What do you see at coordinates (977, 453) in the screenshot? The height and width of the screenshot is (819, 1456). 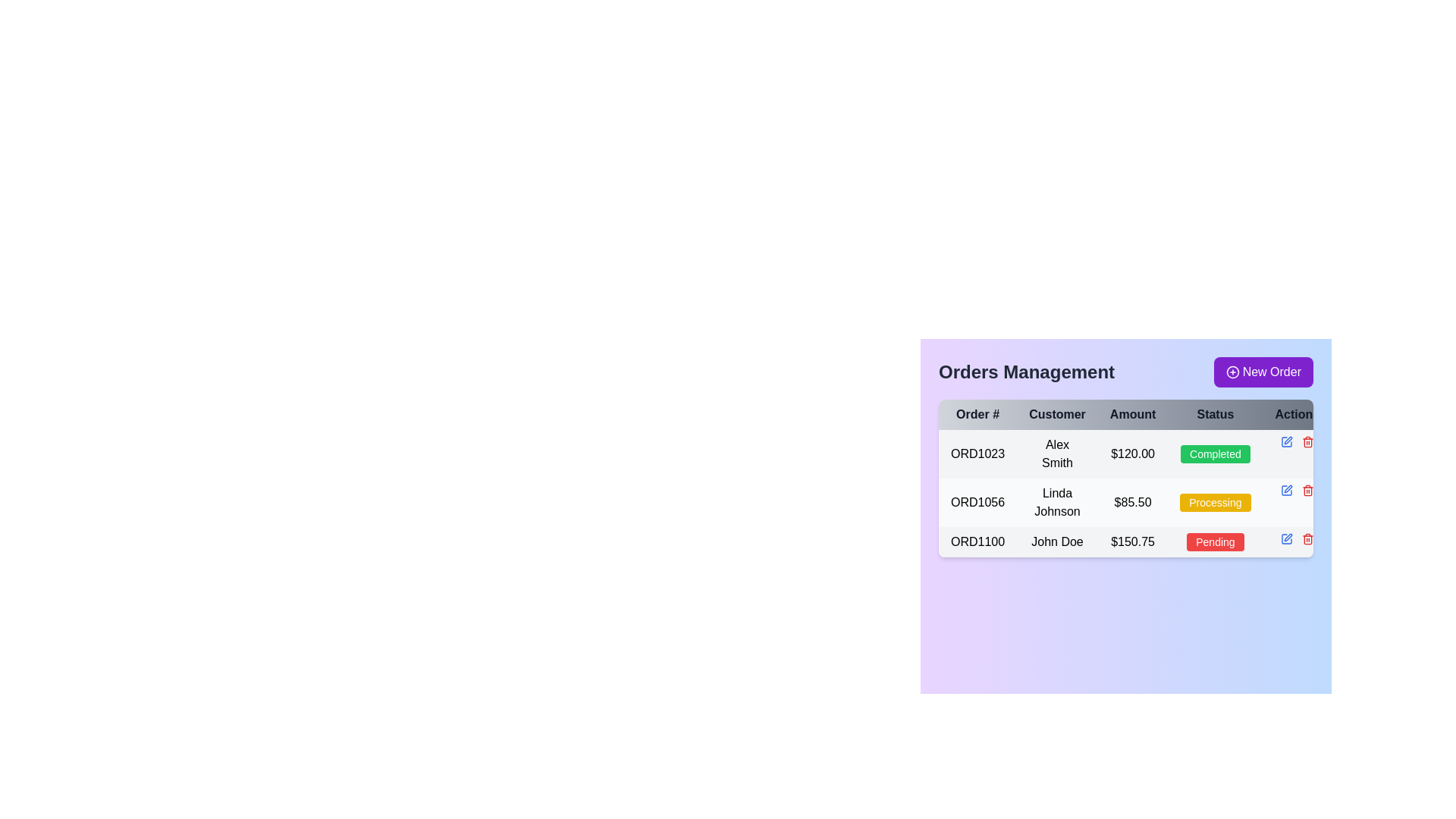 I see `the text label representing order number 'ORD1023' in the first column of the orders management table` at bounding box center [977, 453].